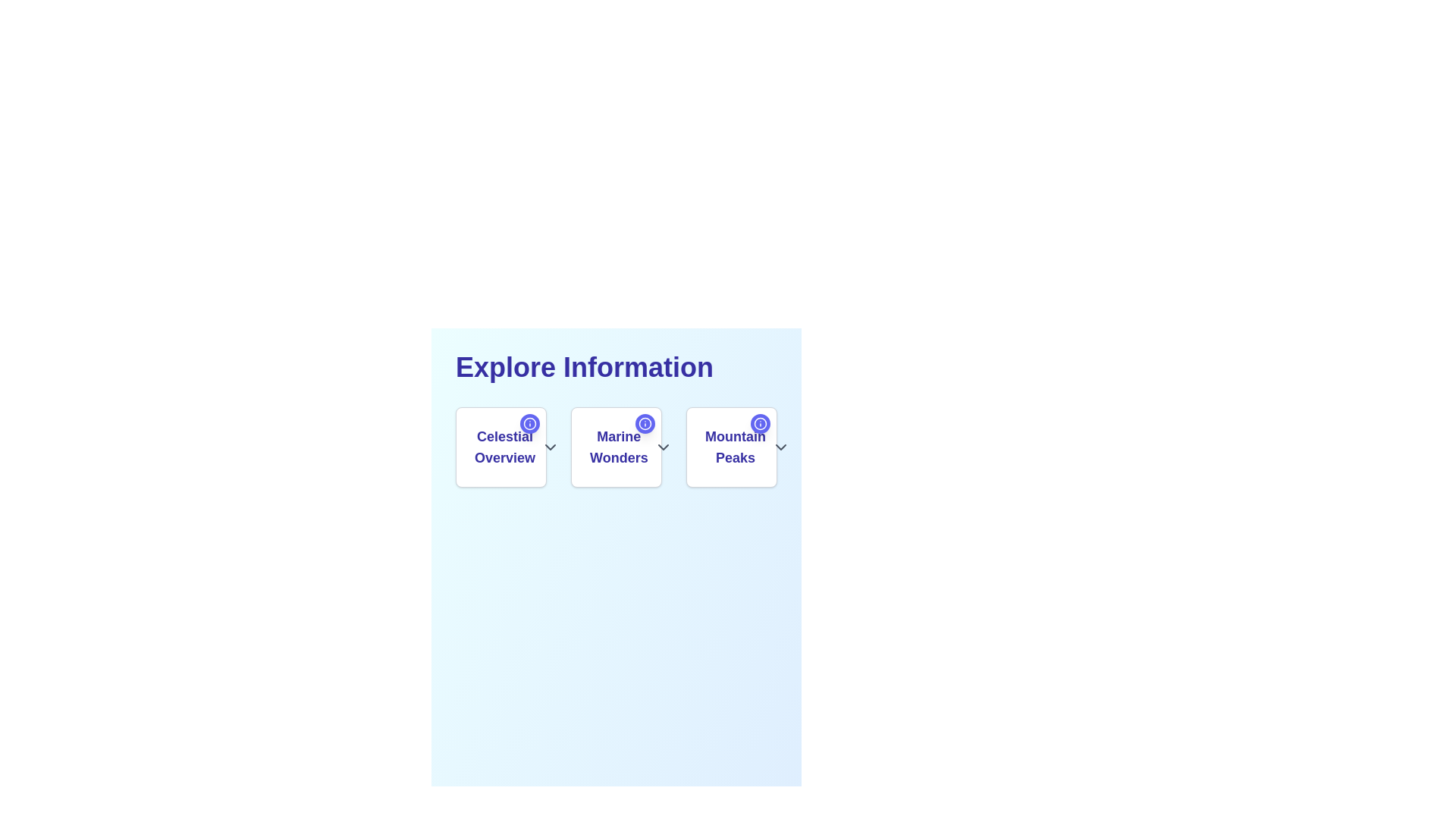 This screenshot has width=1456, height=819. I want to click on the circular button with a blue-purple background and white border that contains an info icon, so click(530, 424).